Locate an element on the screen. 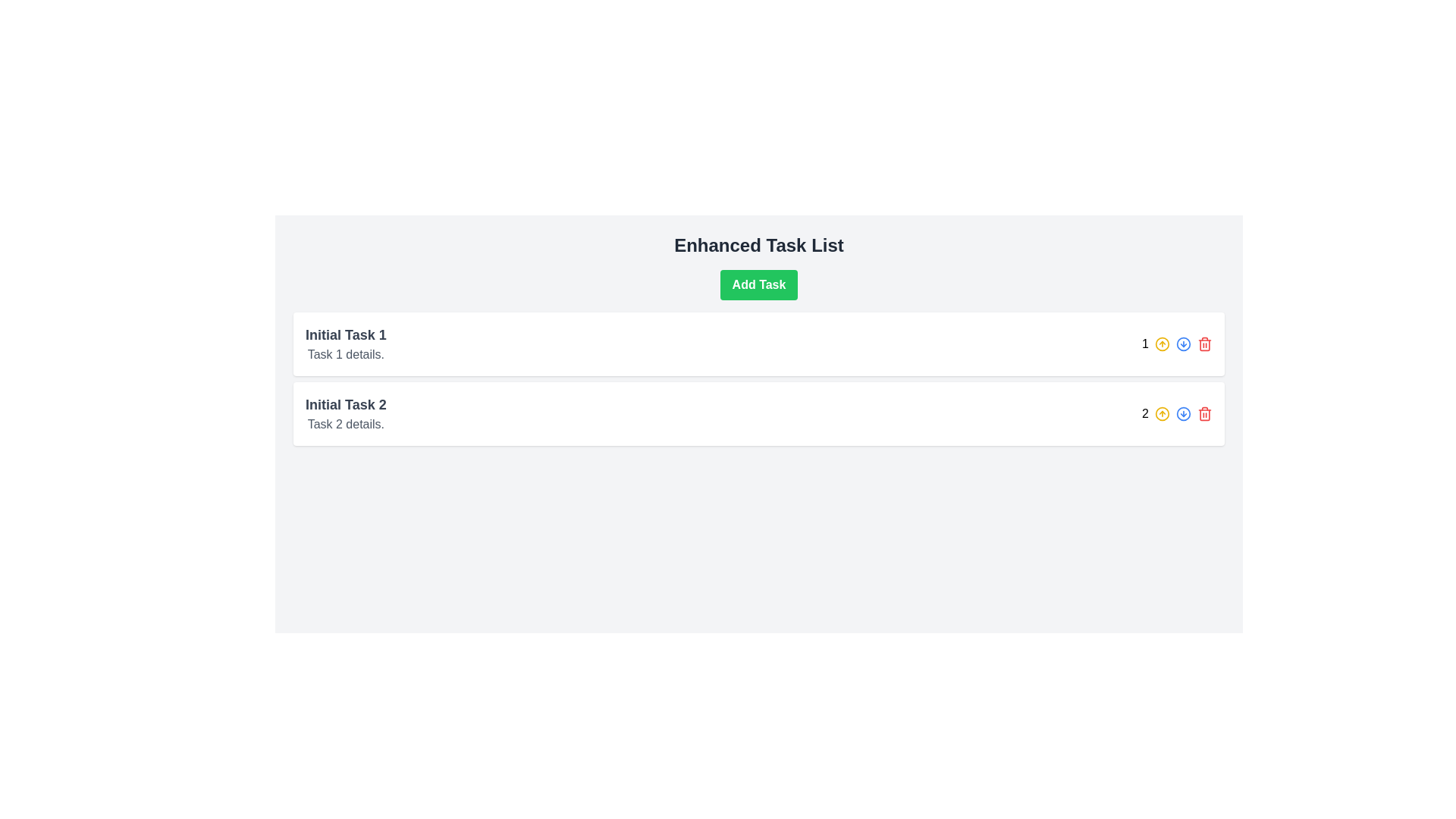  the upward action button associated with 'Initial Task 1' is located at coordinates (1161, 344).